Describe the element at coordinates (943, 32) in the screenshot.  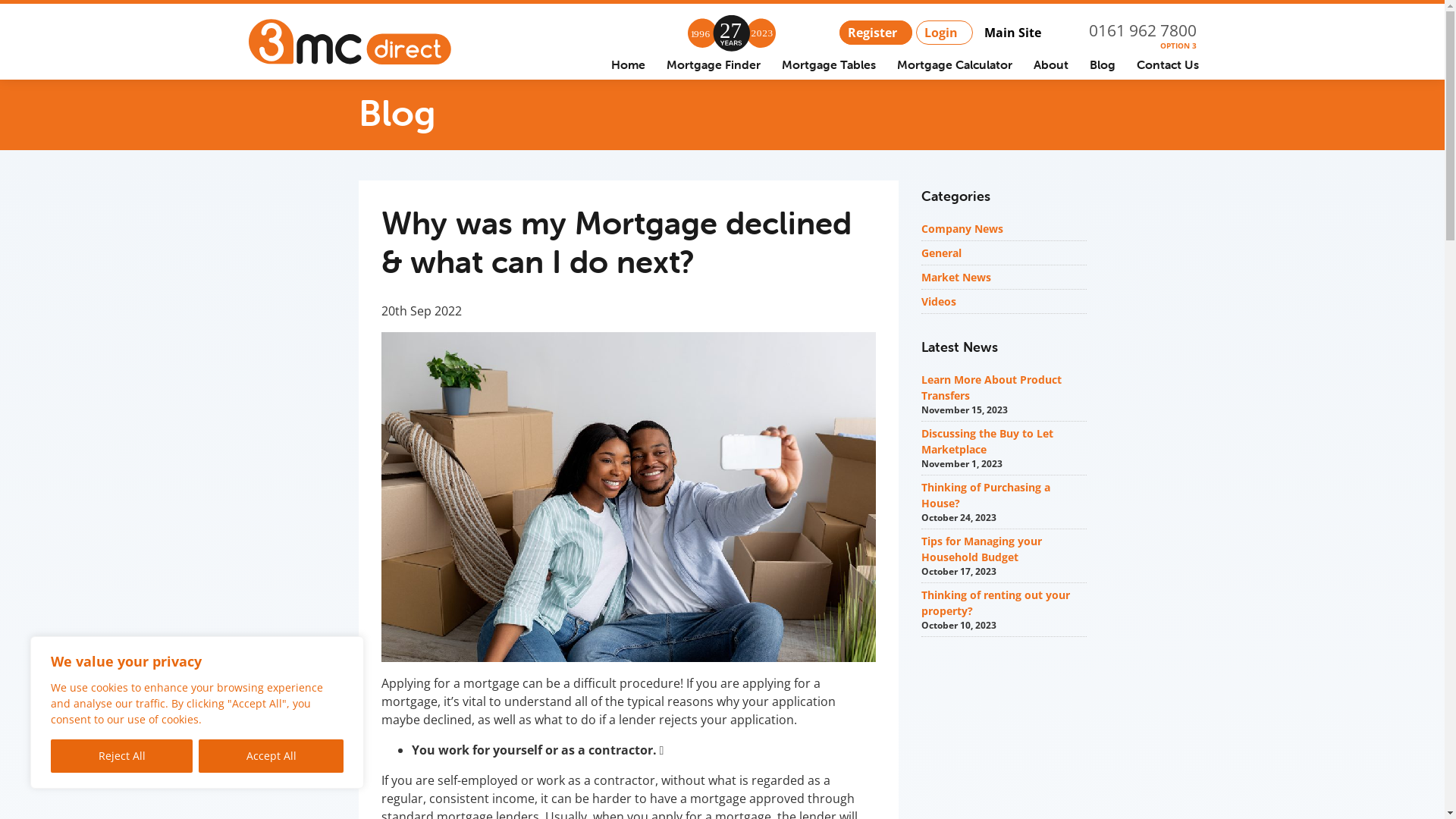
I see `'Login'` at that location.